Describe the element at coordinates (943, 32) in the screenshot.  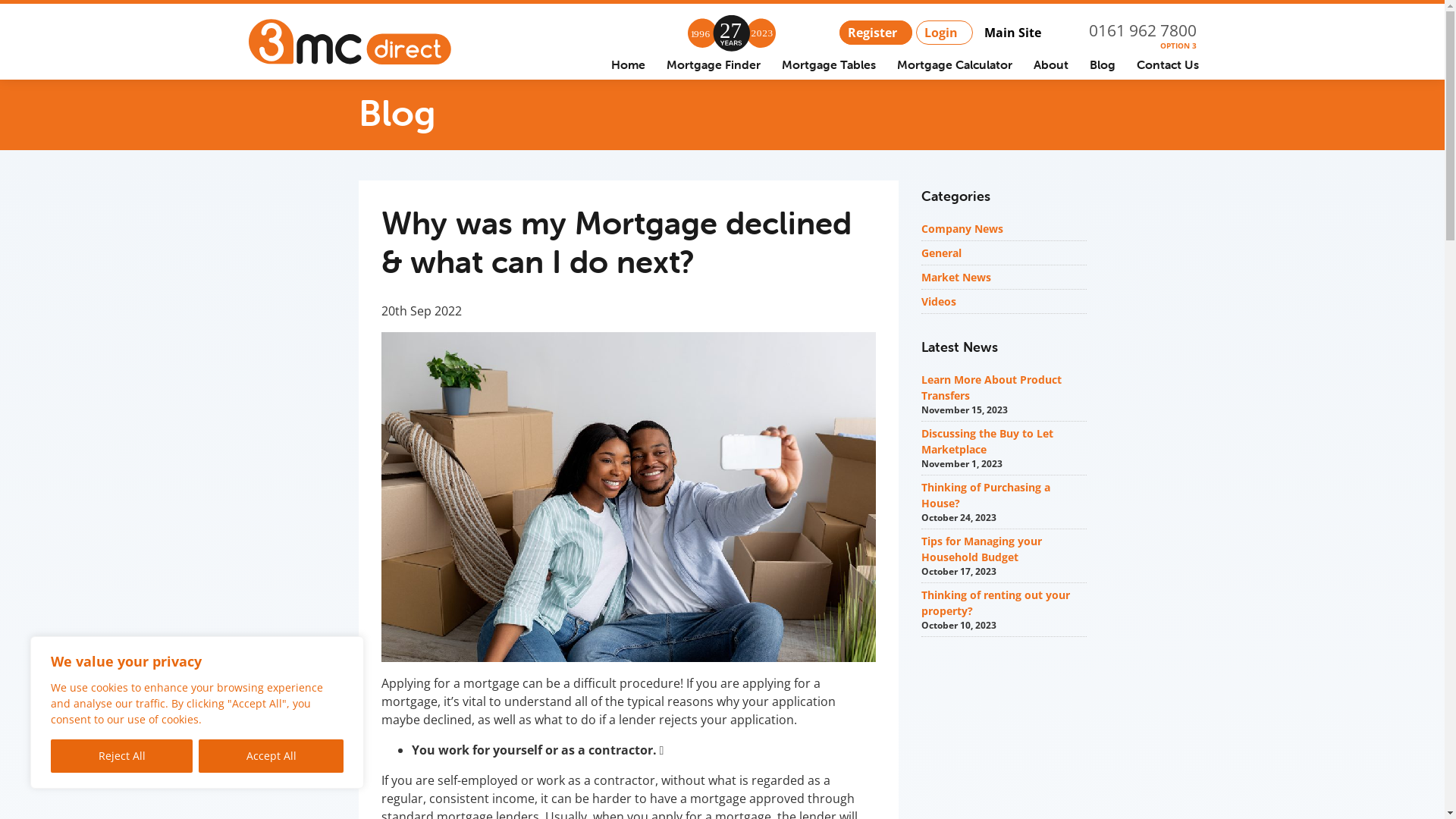
I see `'Login'` at that location.